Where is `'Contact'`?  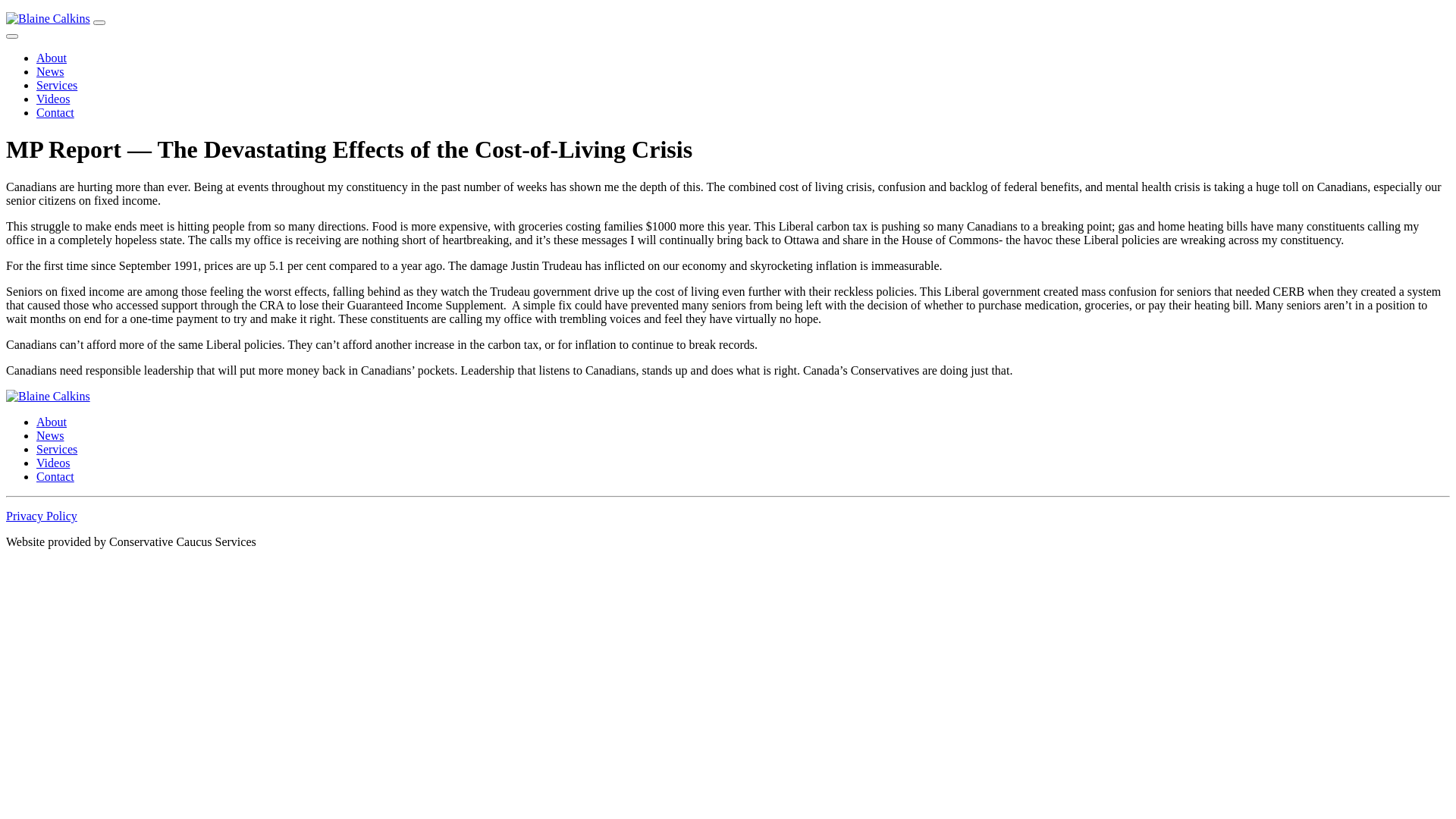
'Contact' is located at coordinates (55, 475).